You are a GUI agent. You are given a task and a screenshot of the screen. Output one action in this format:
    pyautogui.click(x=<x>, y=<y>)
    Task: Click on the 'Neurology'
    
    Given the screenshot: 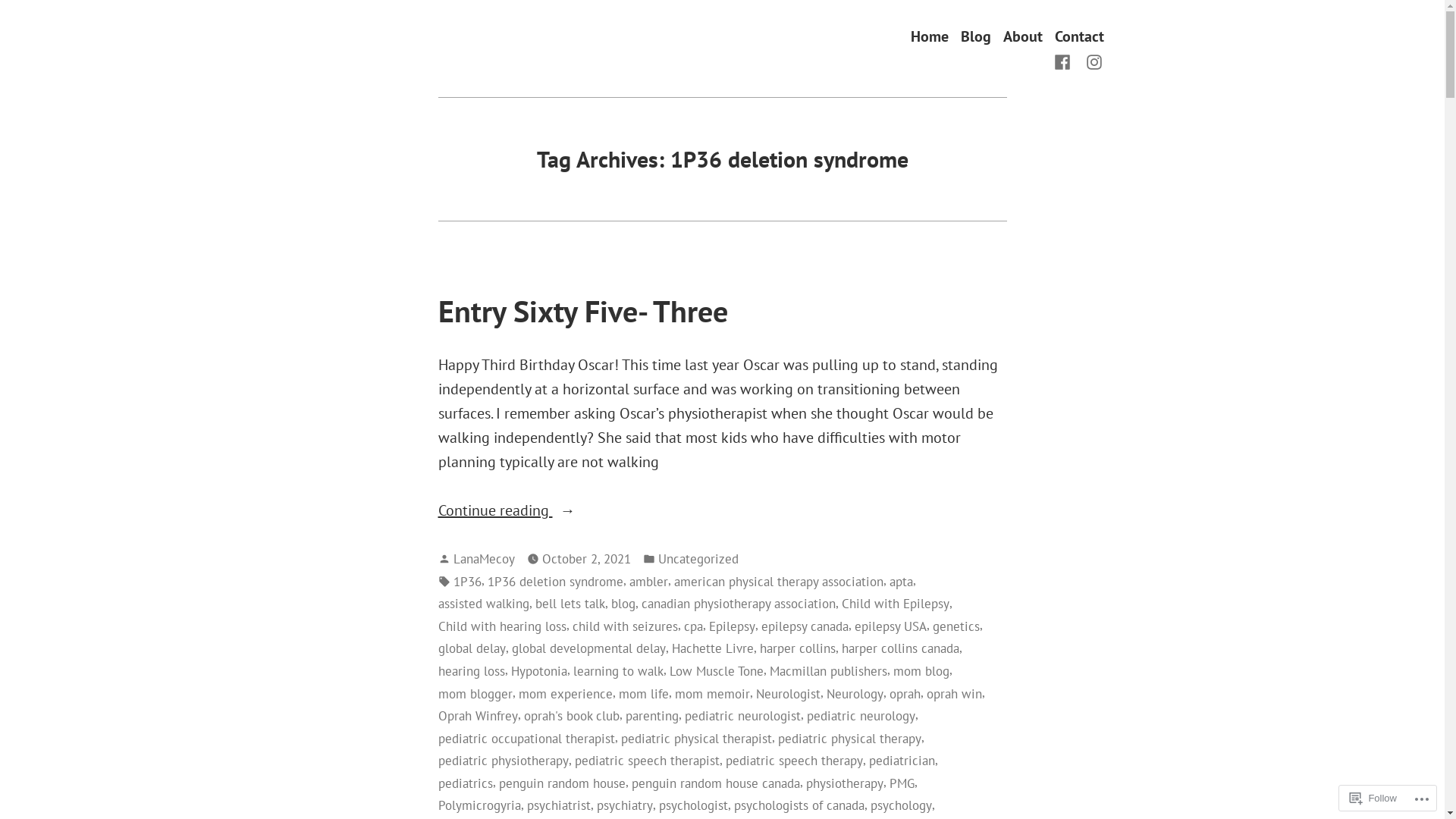 What is the action you would take?
    pyautogui.click(x=855, y=693)
    